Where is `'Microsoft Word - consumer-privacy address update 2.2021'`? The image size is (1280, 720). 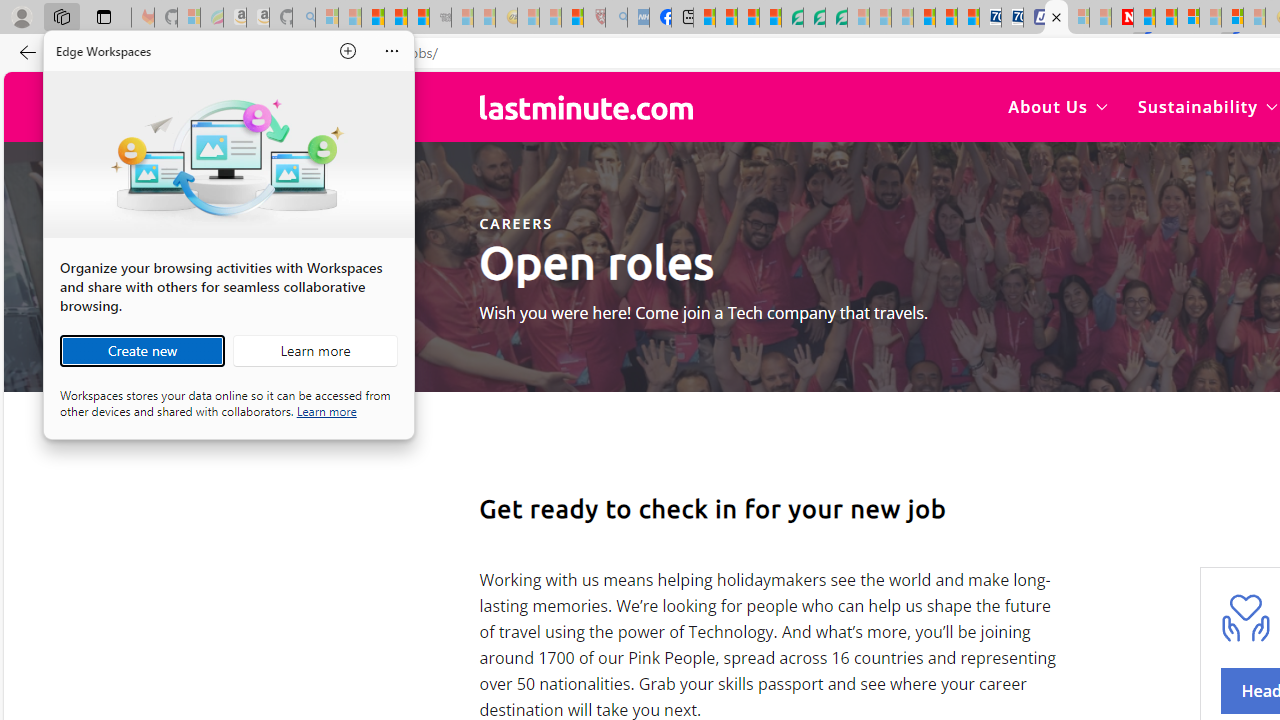
'Microsoft Word - consumer-privacy address update 2.2021' is located at coordinates (836, 17).